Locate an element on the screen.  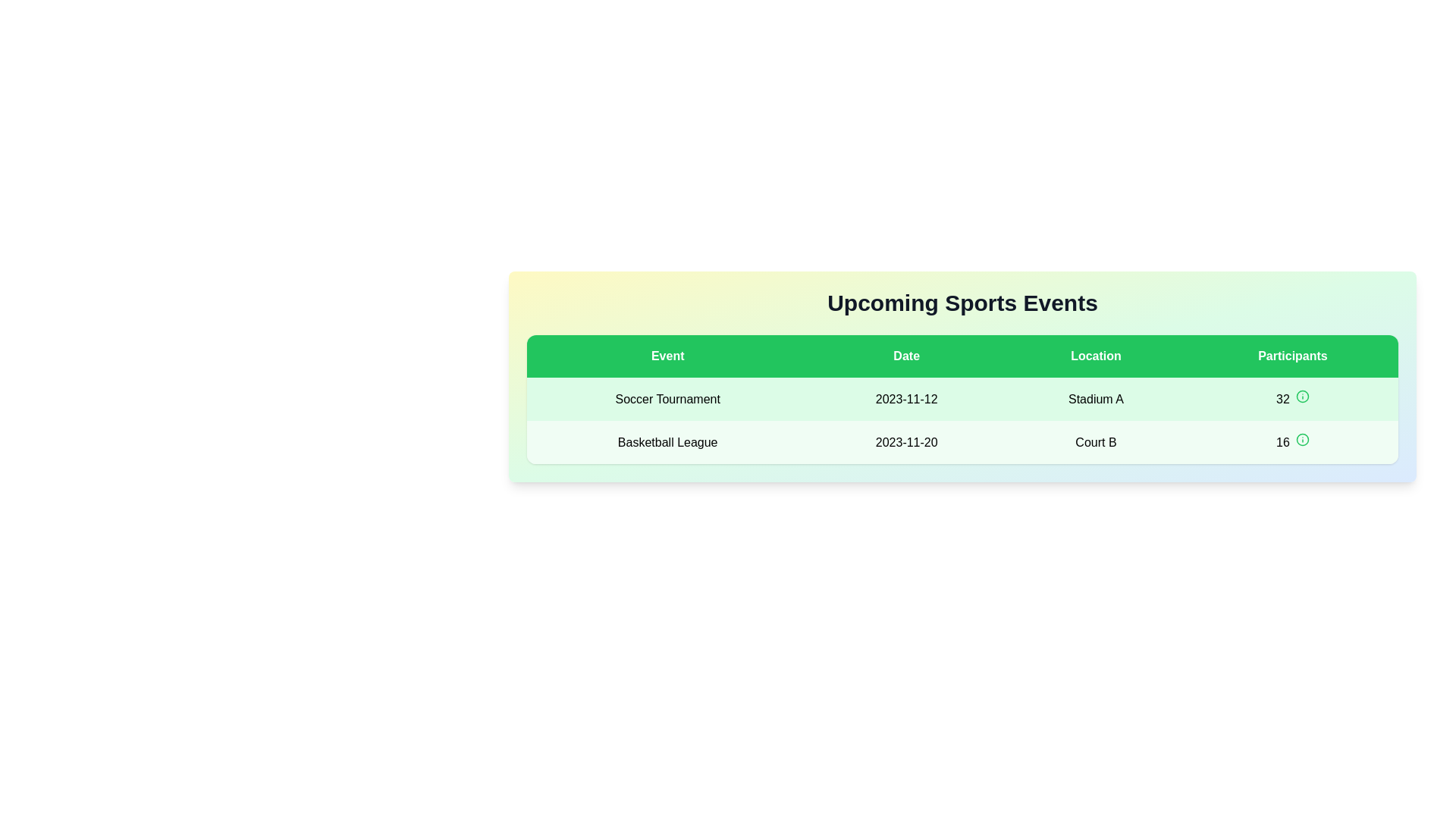
the status of the informational indicator icon associated with the participant count for the 'Soccer Tournament' event, located in the 'Participants' column of the first row in the 'Upcoming Sports Events' table is located at coordinates (1301, 396).